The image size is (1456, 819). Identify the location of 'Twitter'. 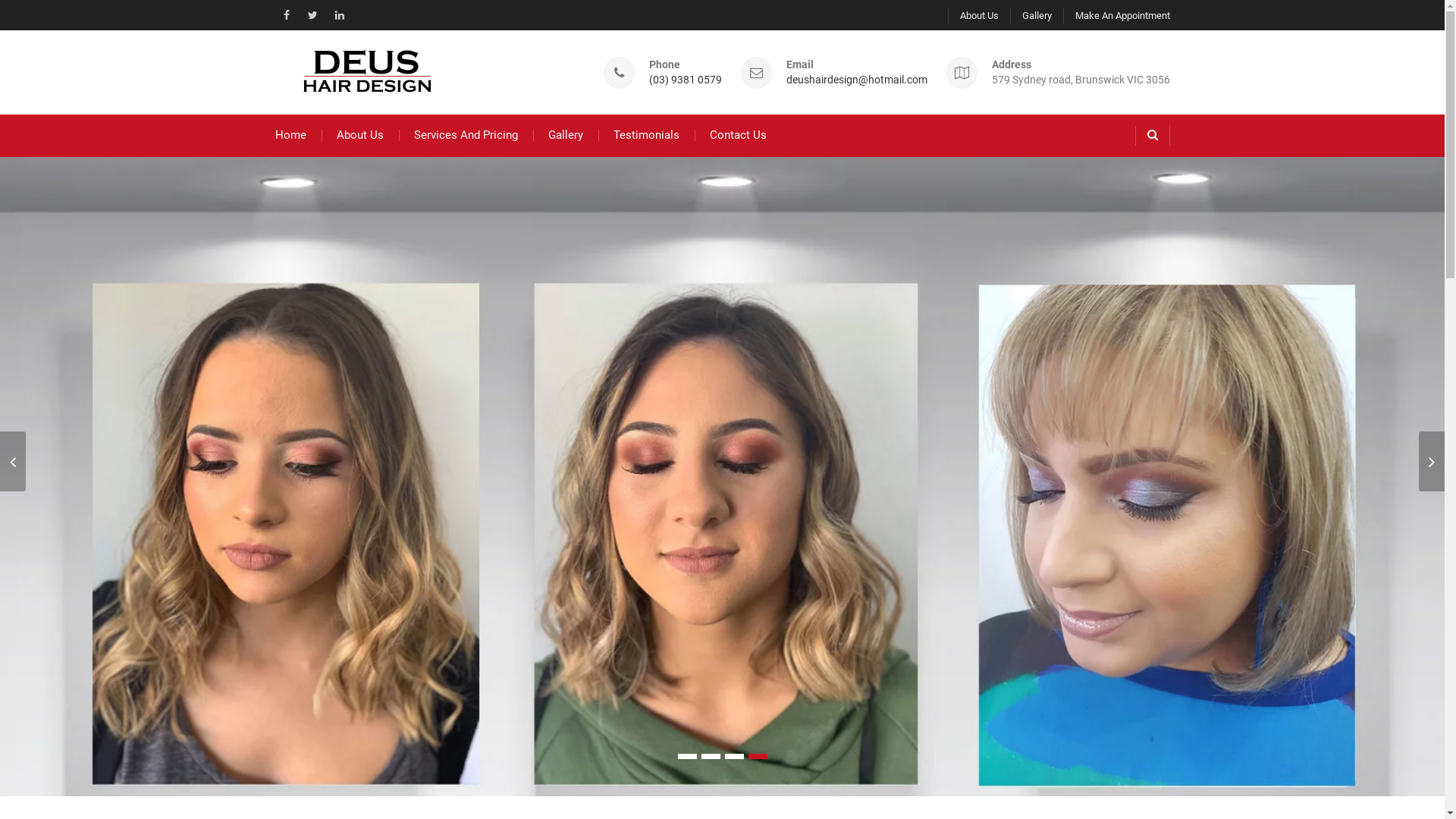
(312, 14).